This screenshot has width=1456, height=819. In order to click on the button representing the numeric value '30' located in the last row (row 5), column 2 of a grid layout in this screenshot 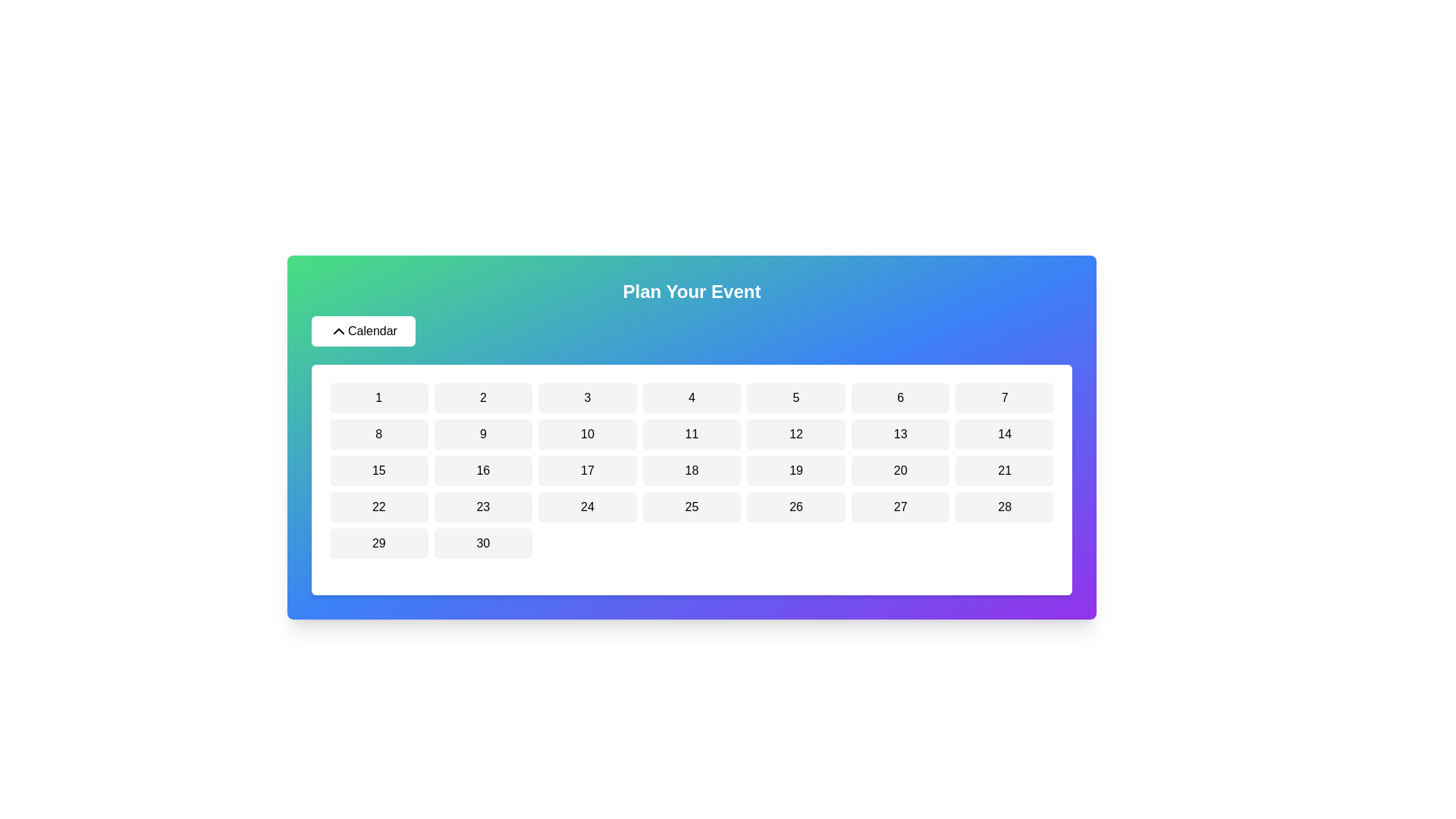, I will do `click(482, 543)`.